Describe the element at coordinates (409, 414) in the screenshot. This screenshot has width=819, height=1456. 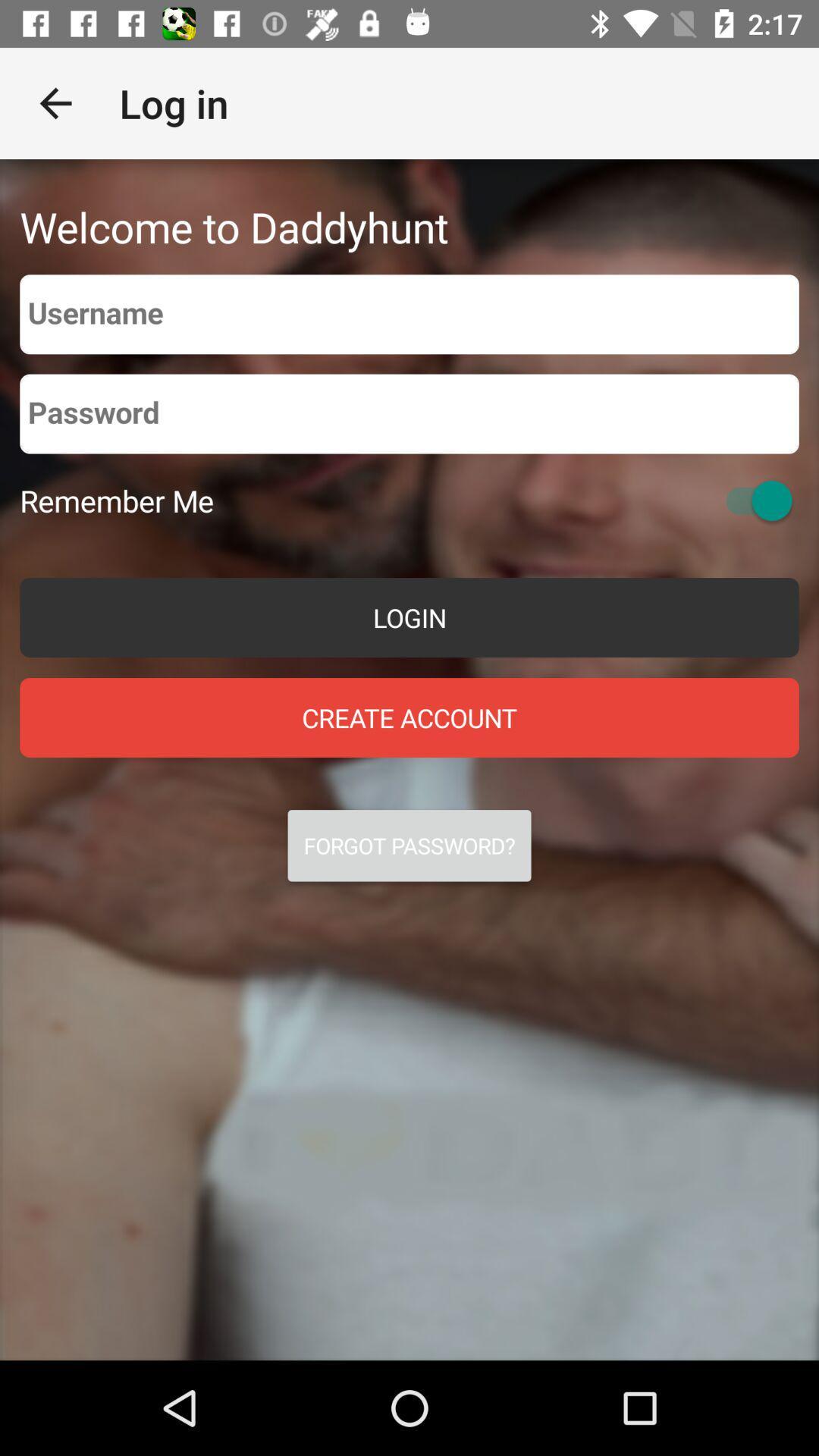
I see `input password` at that location.